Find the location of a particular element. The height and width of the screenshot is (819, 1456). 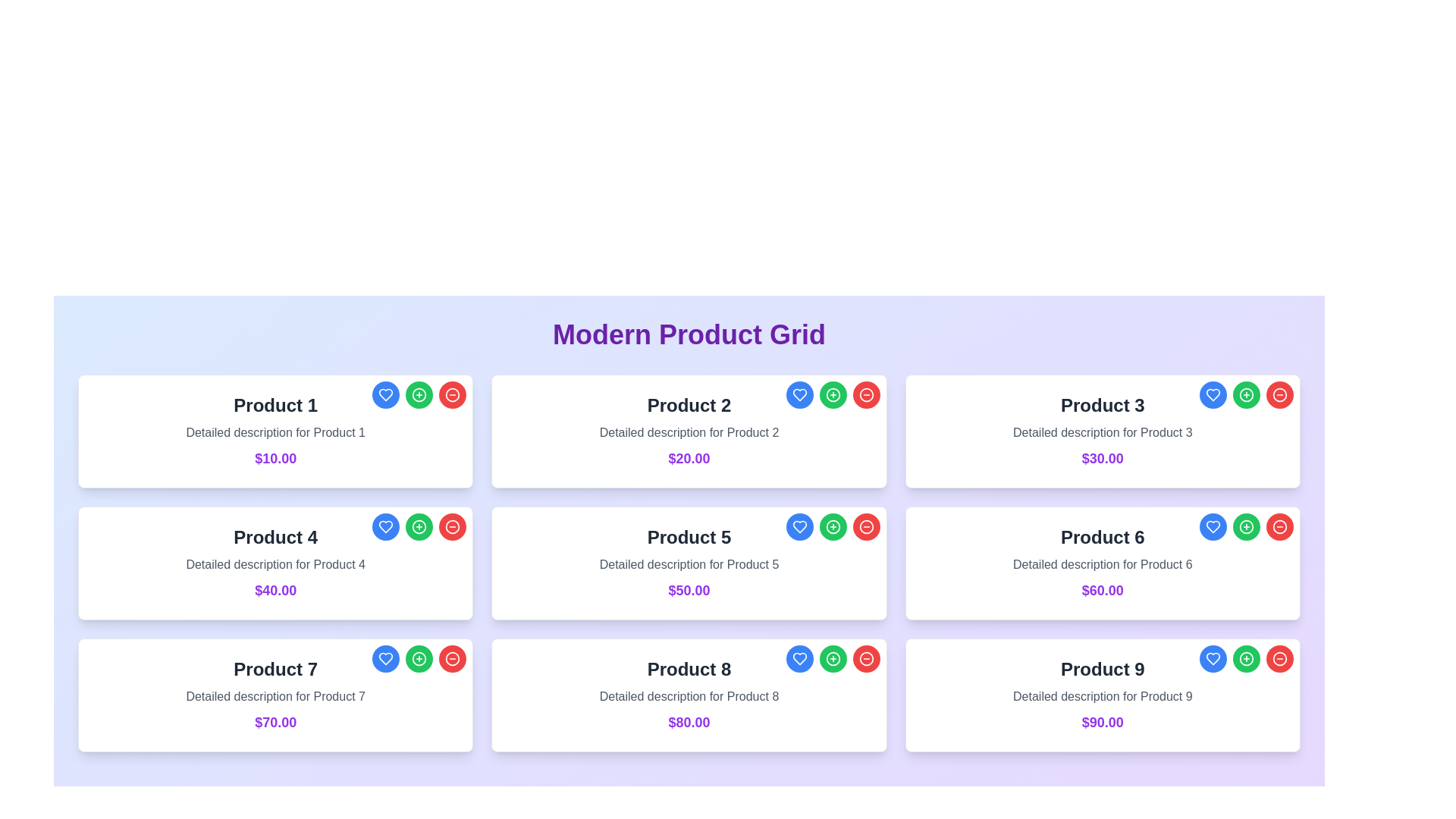

text from the Text Label displaying 'Product 9', which is styled with a large, bold font and is located within a card layout in the 3x3 grid is located at coordinates (1103, 669).